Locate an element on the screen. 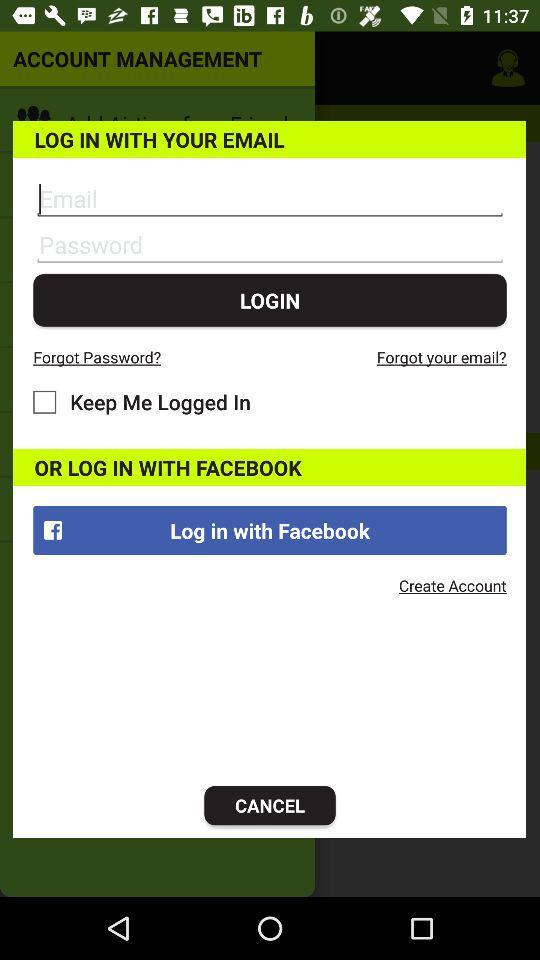 The width and height of the screenshot is (540, 960). the keep me logged item is located at coordinates (141, 401).